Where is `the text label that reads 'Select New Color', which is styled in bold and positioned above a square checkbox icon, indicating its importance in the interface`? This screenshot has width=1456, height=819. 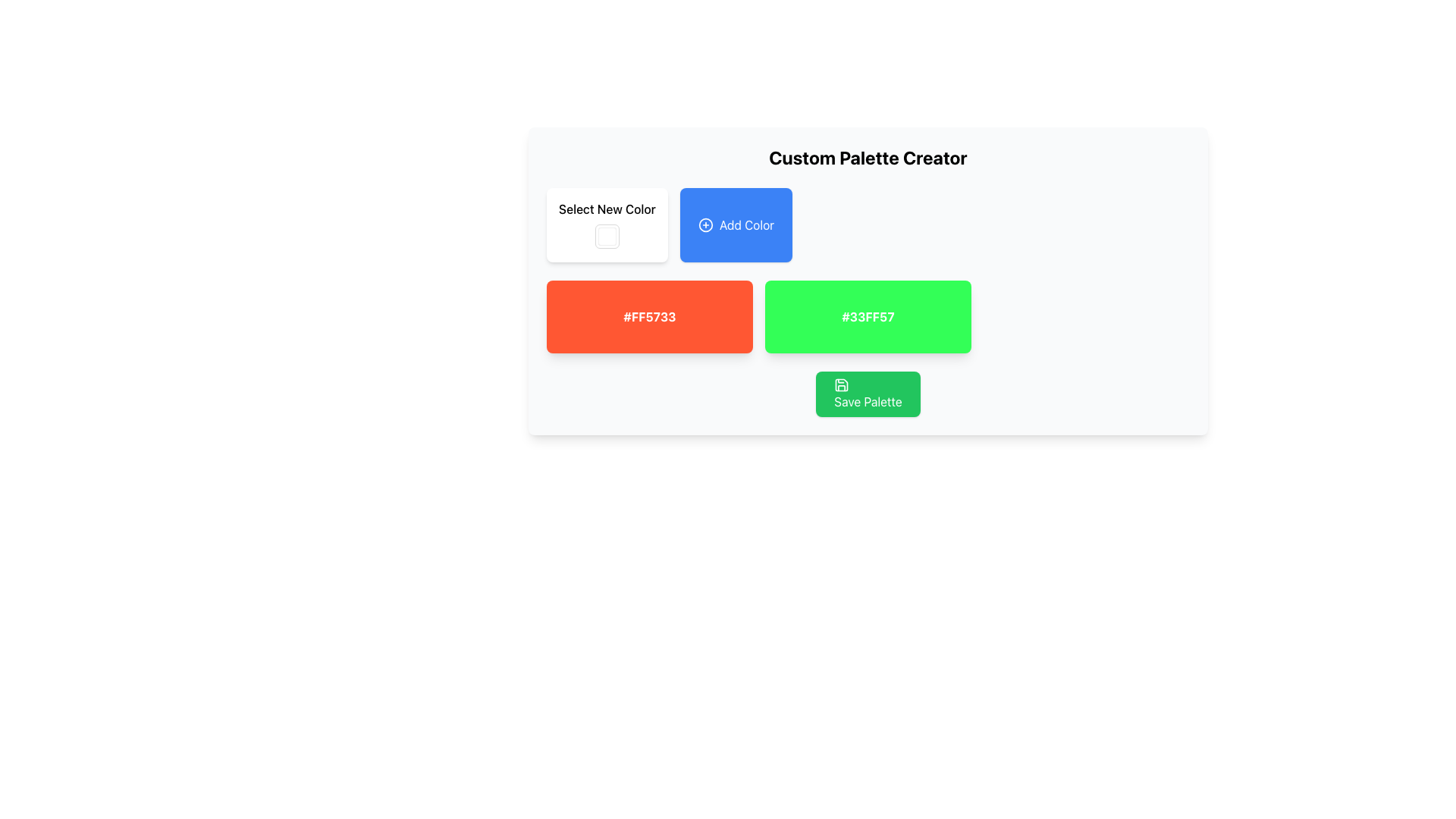
the text label that reads 'Select New Color', which is styled in bold and positioned above a square checkbox icon, indicating its importance in the interface is located at coordinates (607, 209).